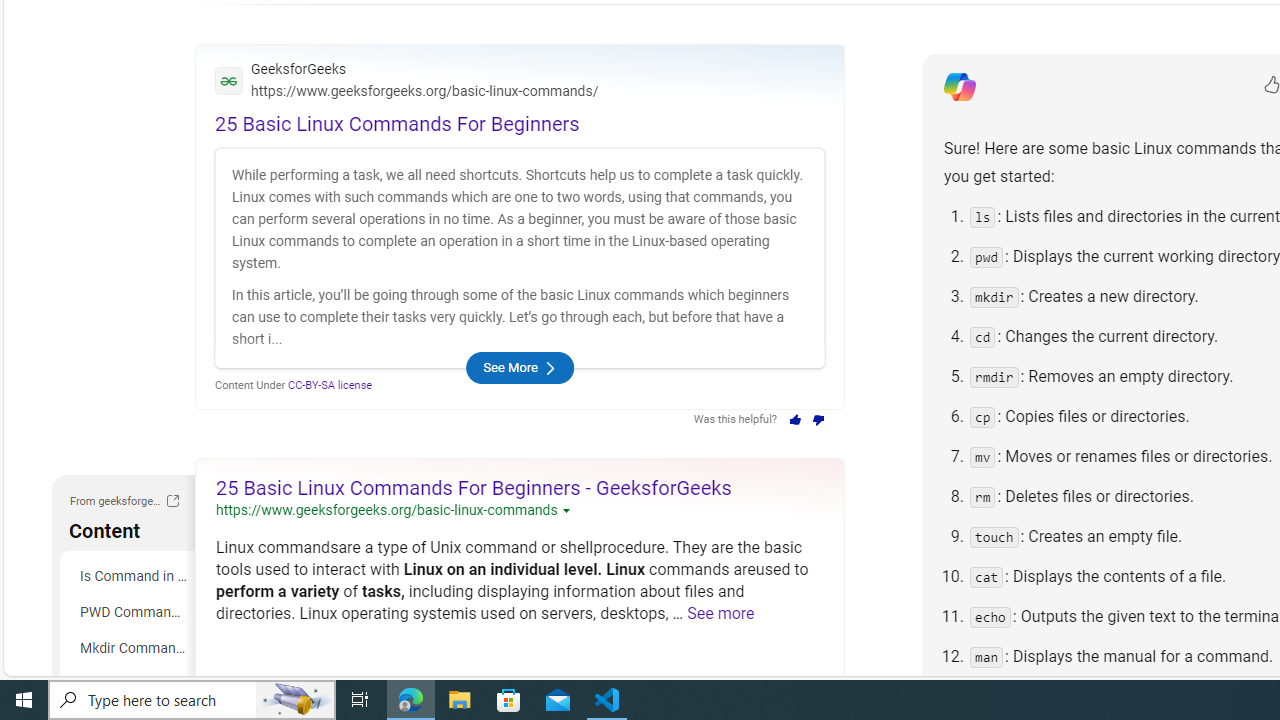 Image resolution: width=1280 pixels, height=720 pixels. What do you see at coordinates (130, 611) in the screenshot?
I see `'PWD Command in Linux'` at bounding box center [130, 611].